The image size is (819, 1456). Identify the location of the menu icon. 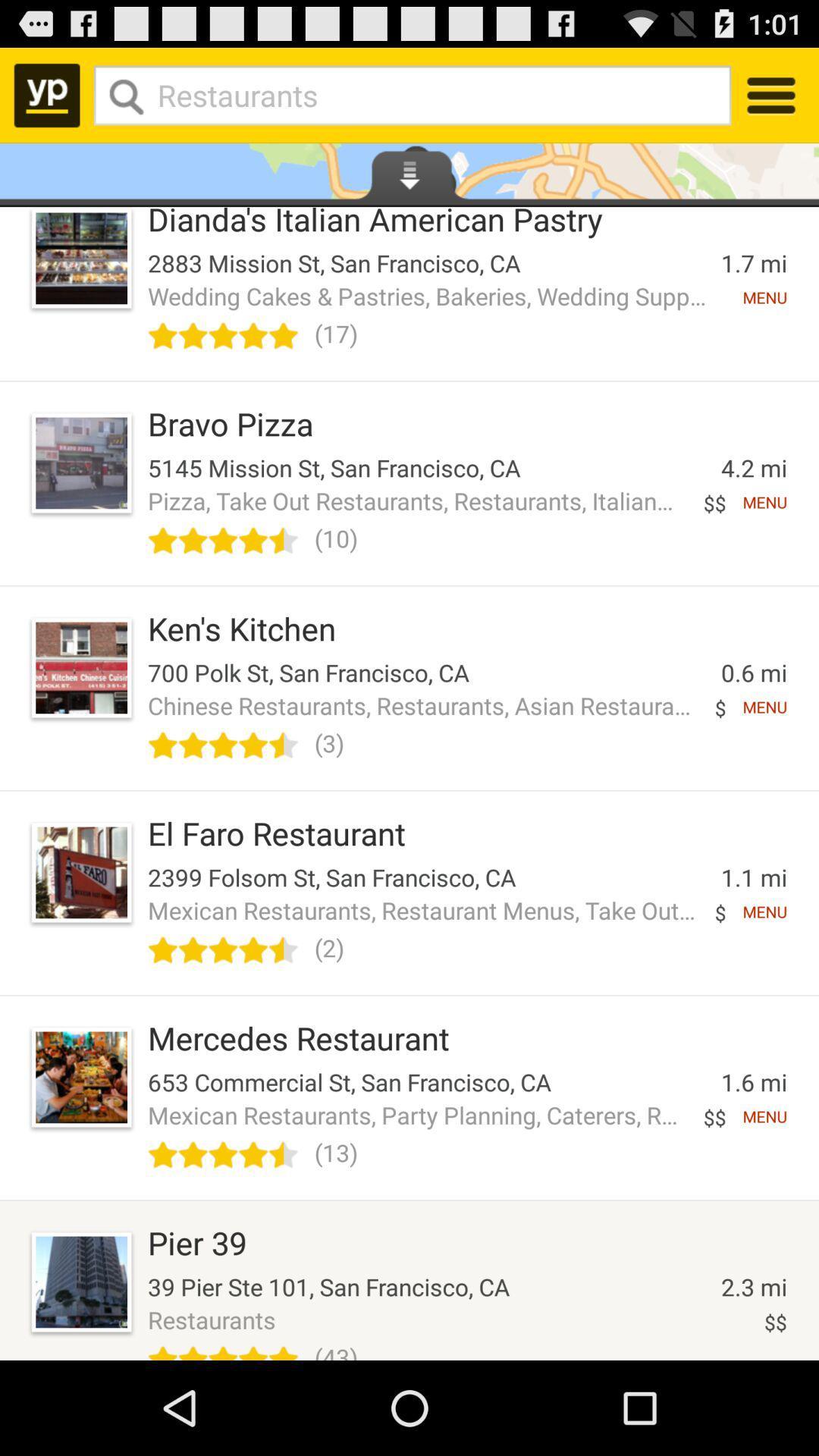
(775, 101).